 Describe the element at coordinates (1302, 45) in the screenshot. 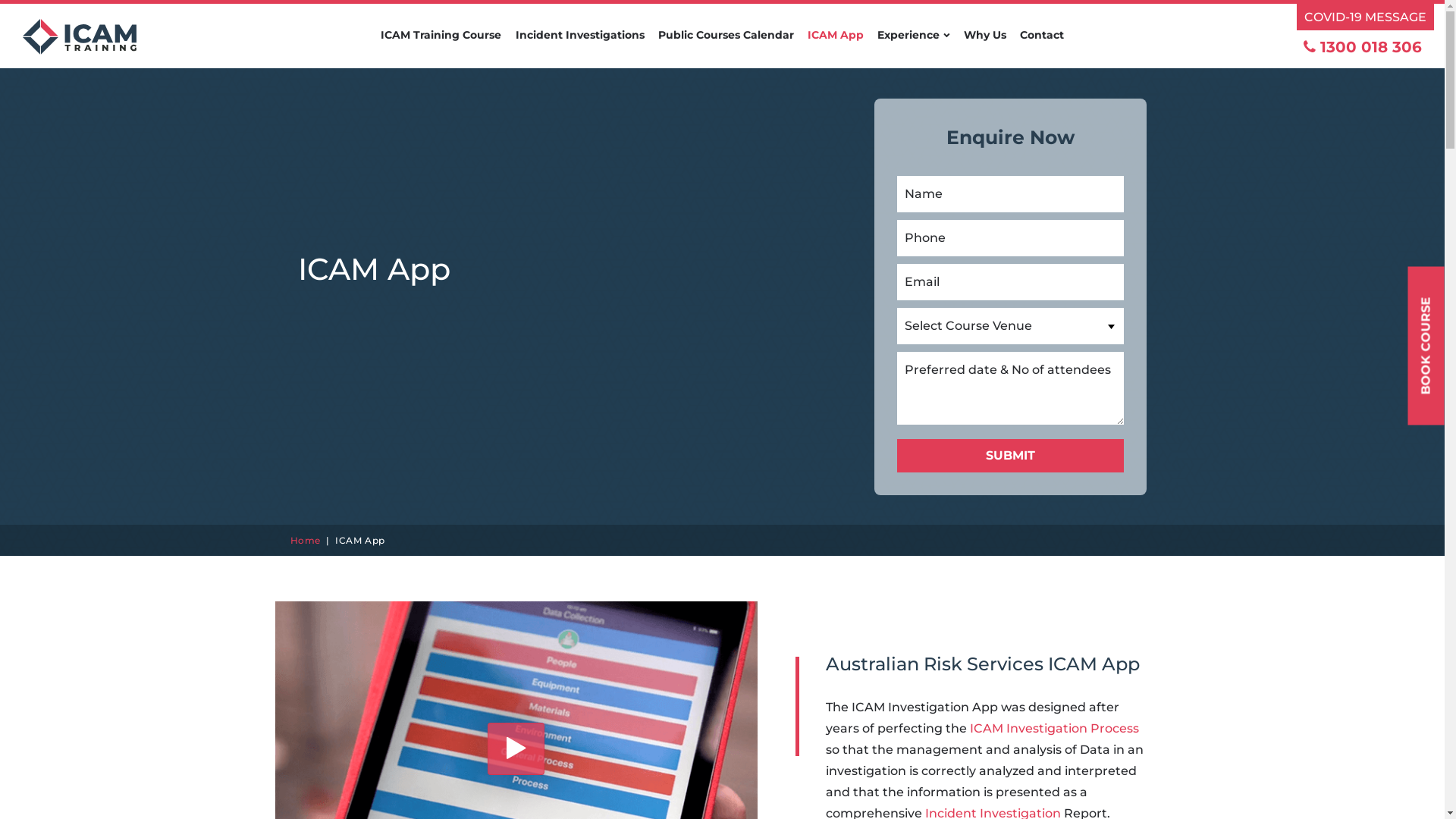

I see `'1300 018 306'` at that location.